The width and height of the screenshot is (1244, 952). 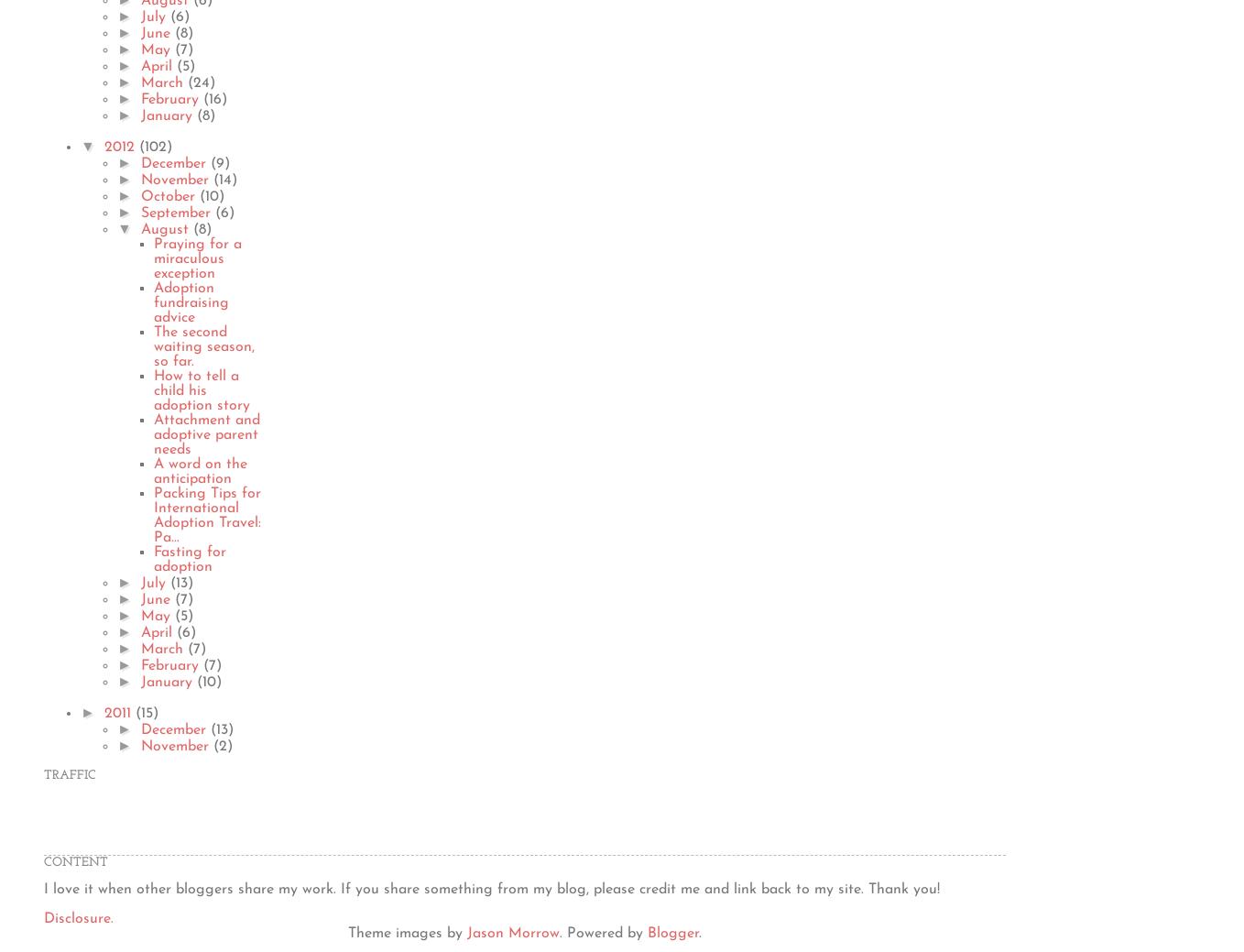 I want to click on 'Packing Tips for International Adoption Travel: Pa...', so click(x=206, y=514).